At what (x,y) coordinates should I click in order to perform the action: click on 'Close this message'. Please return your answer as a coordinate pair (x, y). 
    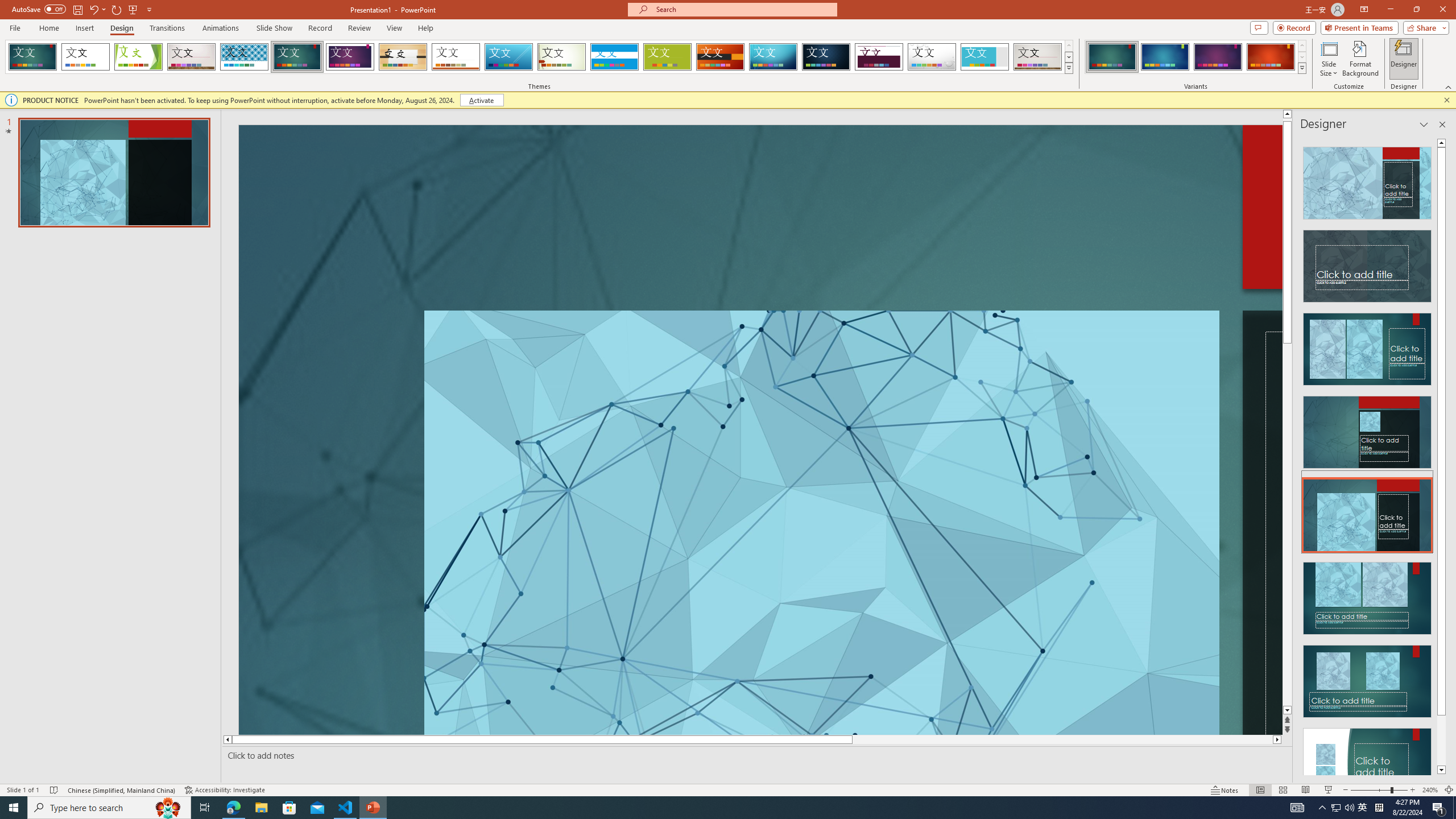
    Looking at the image, I should click on (1446, 100).